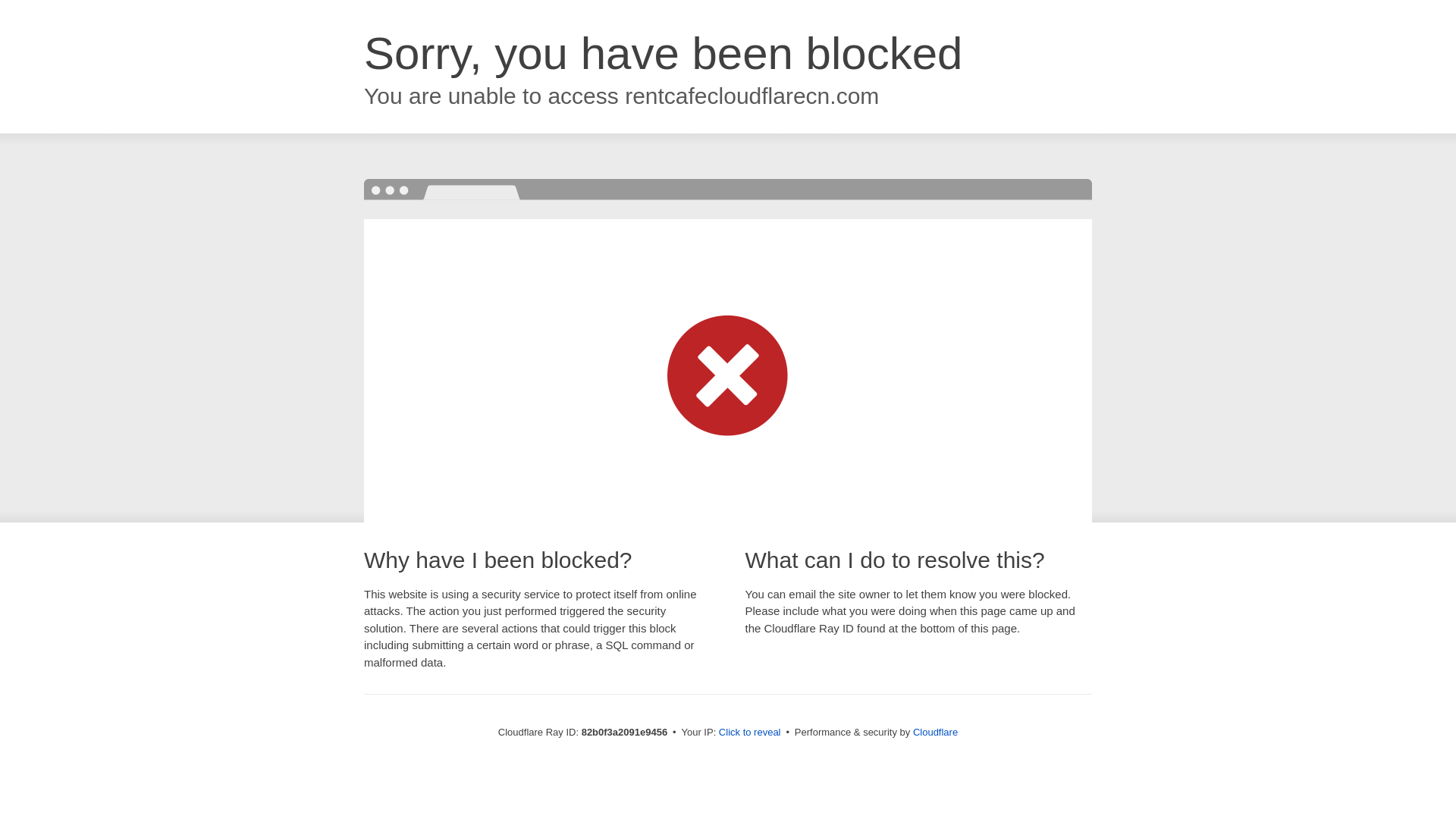  I want to click on 'Click to reveal', so click(749, 731).